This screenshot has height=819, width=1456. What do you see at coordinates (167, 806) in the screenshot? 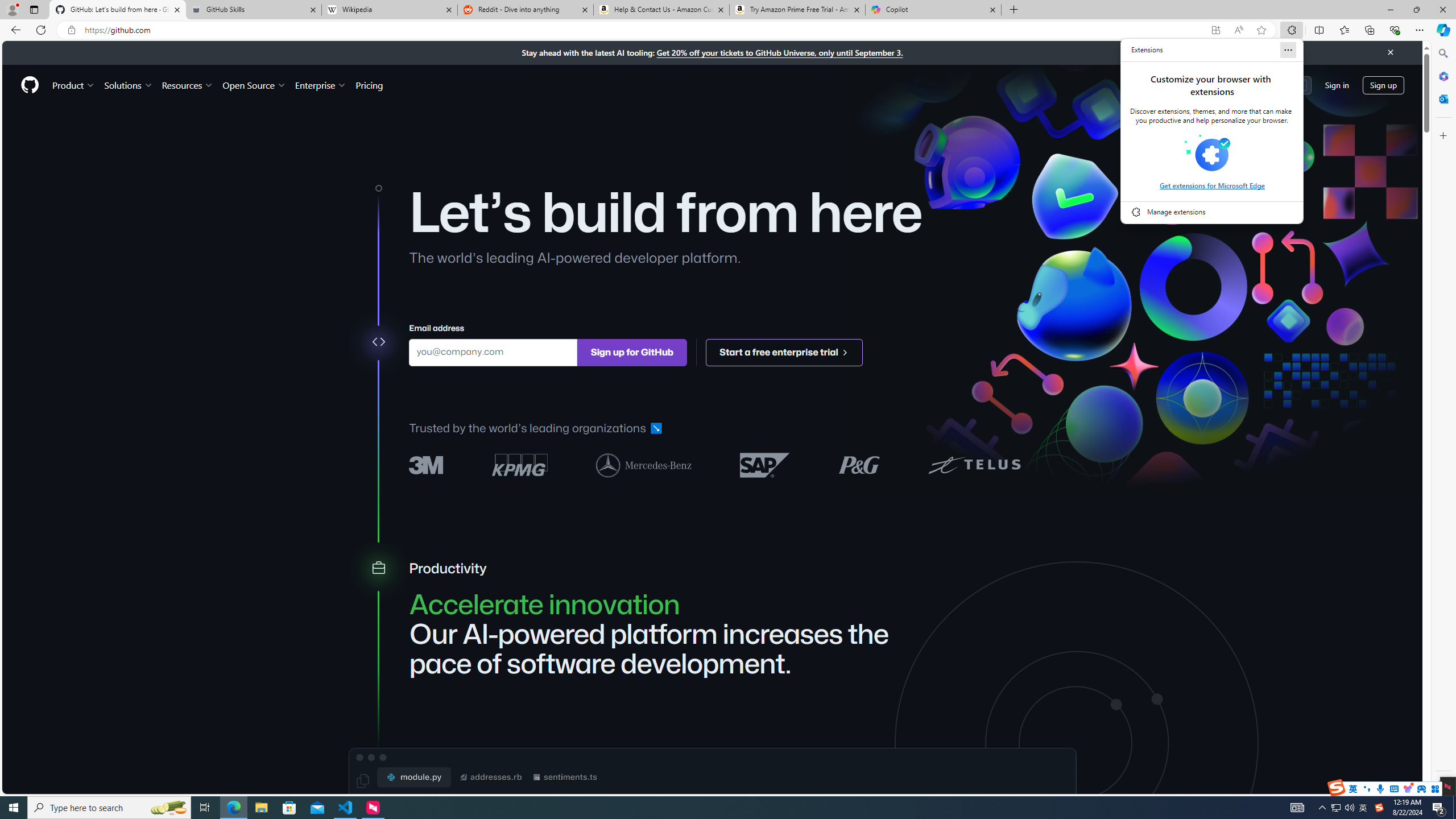
I see `'Search highlights icon opens search home window'` at bounding box center [167, 806].